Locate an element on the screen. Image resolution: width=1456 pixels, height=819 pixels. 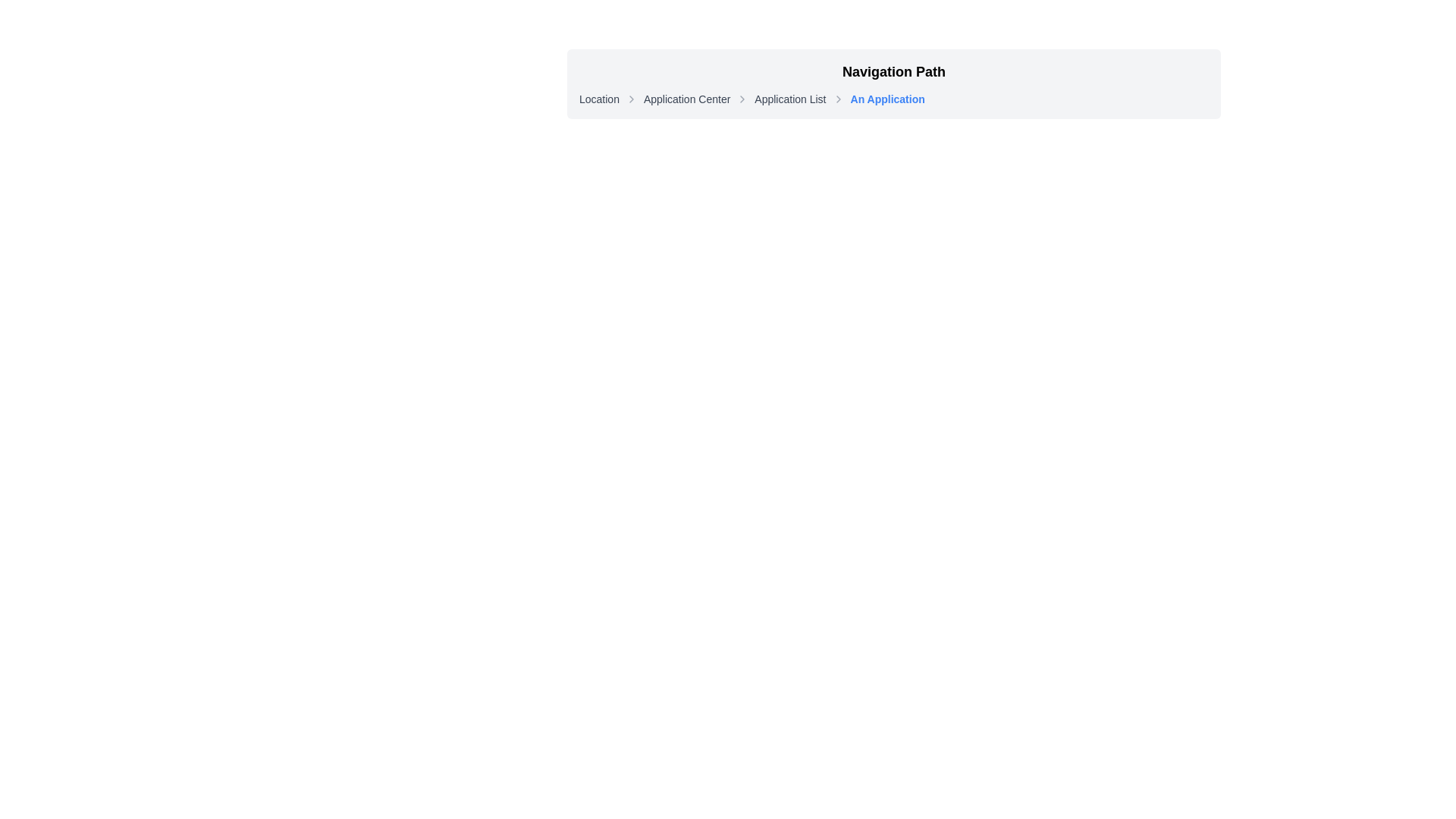
the second interactive text component in the breadcrumb navigation bar, which serves as a link to the 'Application Center' page is located at coordinates (686, 99).